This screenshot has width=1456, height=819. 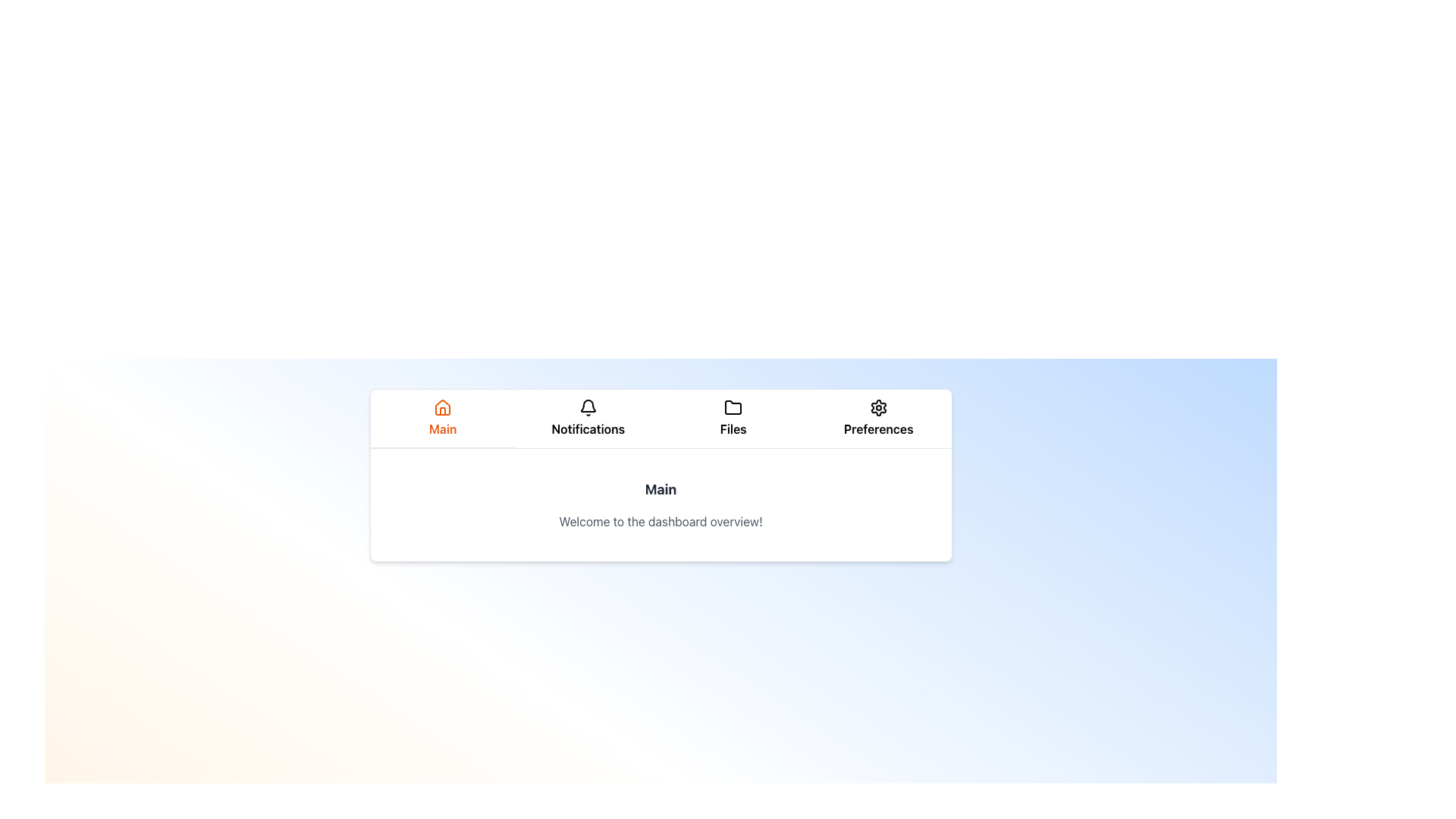 What do you see at coordinates (733, 406) in the screenshot?
I see `the folder-shaped icon in the navigation bar` at bounding box center [733, 406].